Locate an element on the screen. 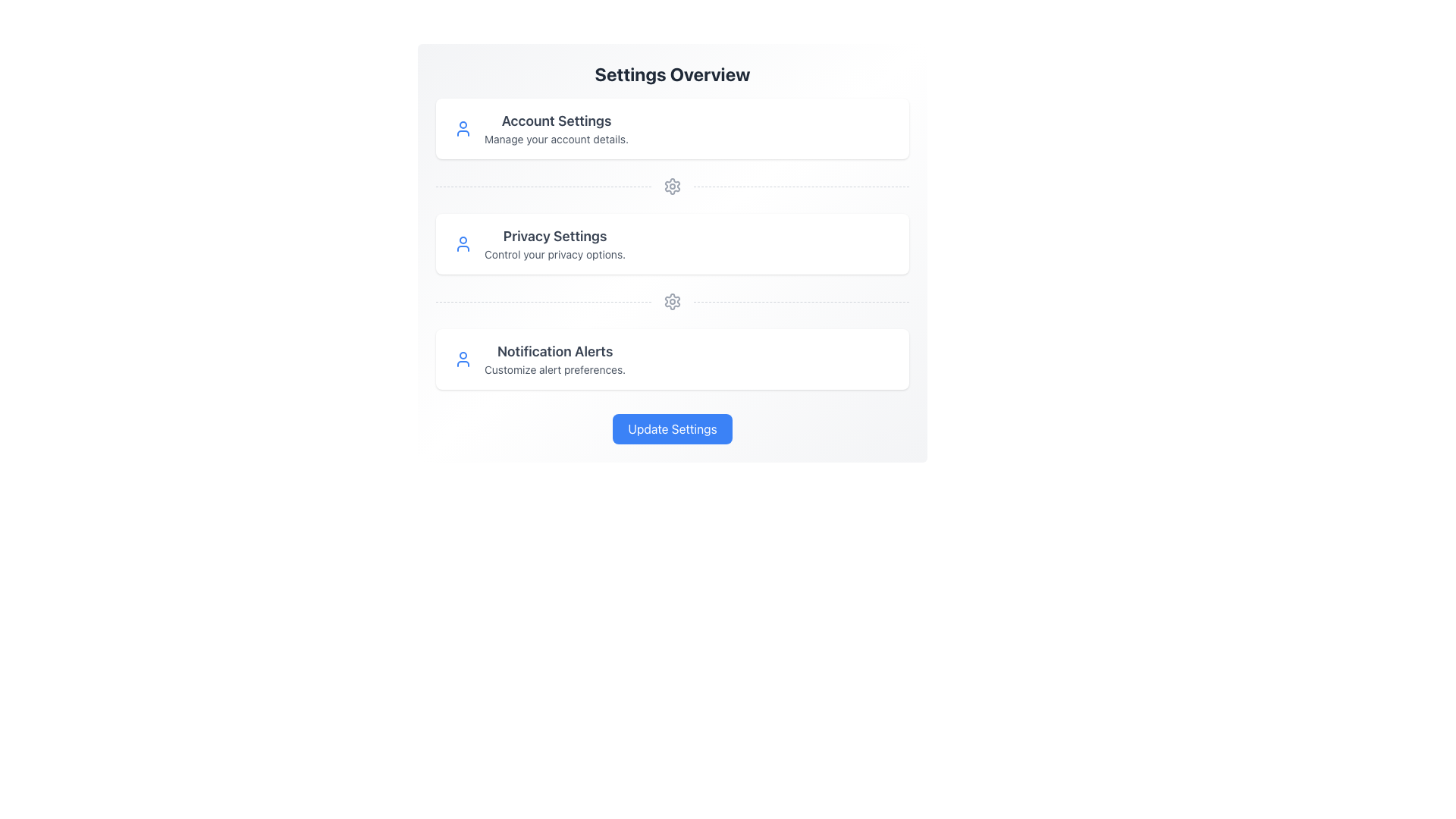 This screenshot has height=819, width=1456. the text label that reads 'Manage your account details.', which is styled in gray and located below the 'Account Settings' label in the 'Settings Overview' page is located at coordinates (556, 140).